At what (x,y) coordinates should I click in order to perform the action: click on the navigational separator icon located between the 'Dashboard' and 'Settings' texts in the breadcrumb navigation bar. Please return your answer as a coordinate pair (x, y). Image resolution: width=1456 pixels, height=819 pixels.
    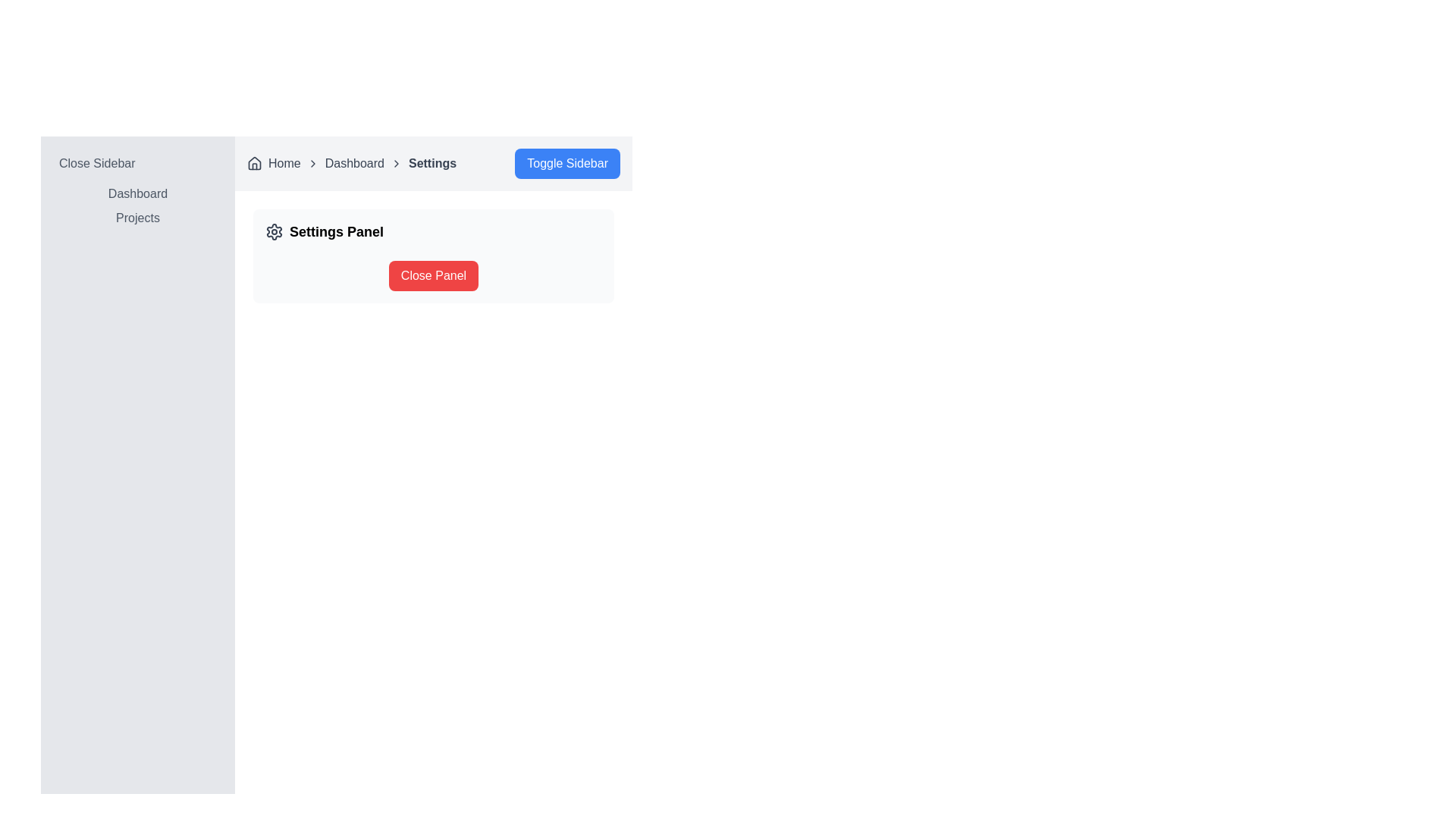
    Looking at the image, I should click on (397, 164).